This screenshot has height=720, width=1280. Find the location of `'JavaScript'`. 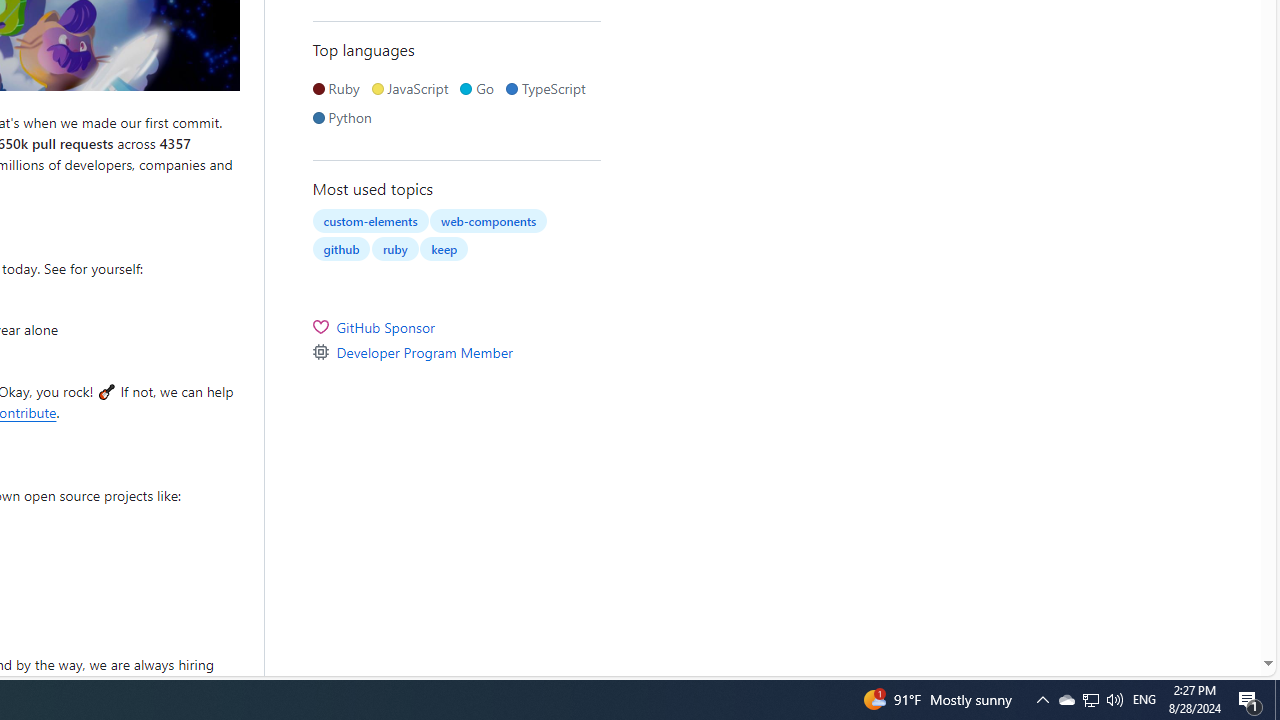

'JavaScript' is located at coordinates (413, 87).